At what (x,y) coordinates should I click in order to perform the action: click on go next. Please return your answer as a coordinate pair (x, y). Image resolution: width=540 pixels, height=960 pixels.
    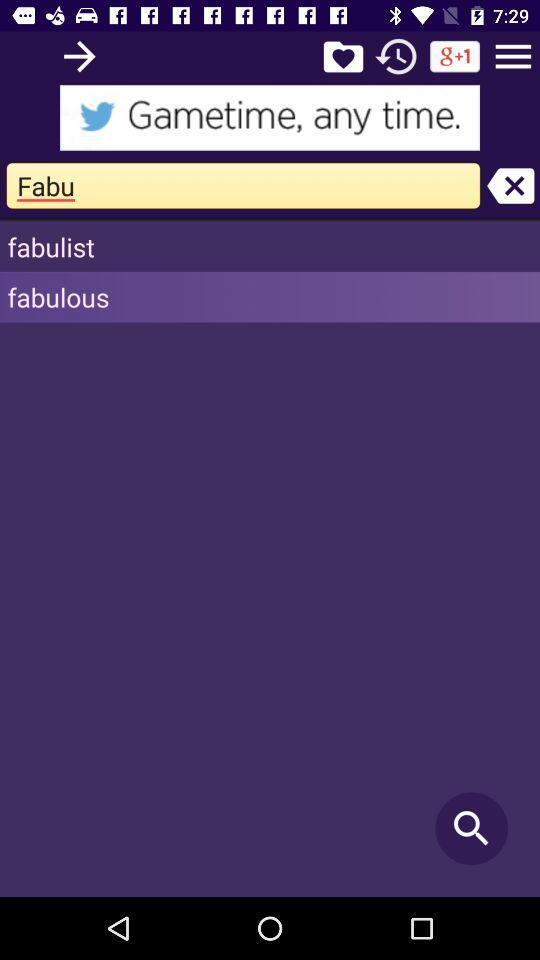
    Looking at the image, I should click on (78, 55).